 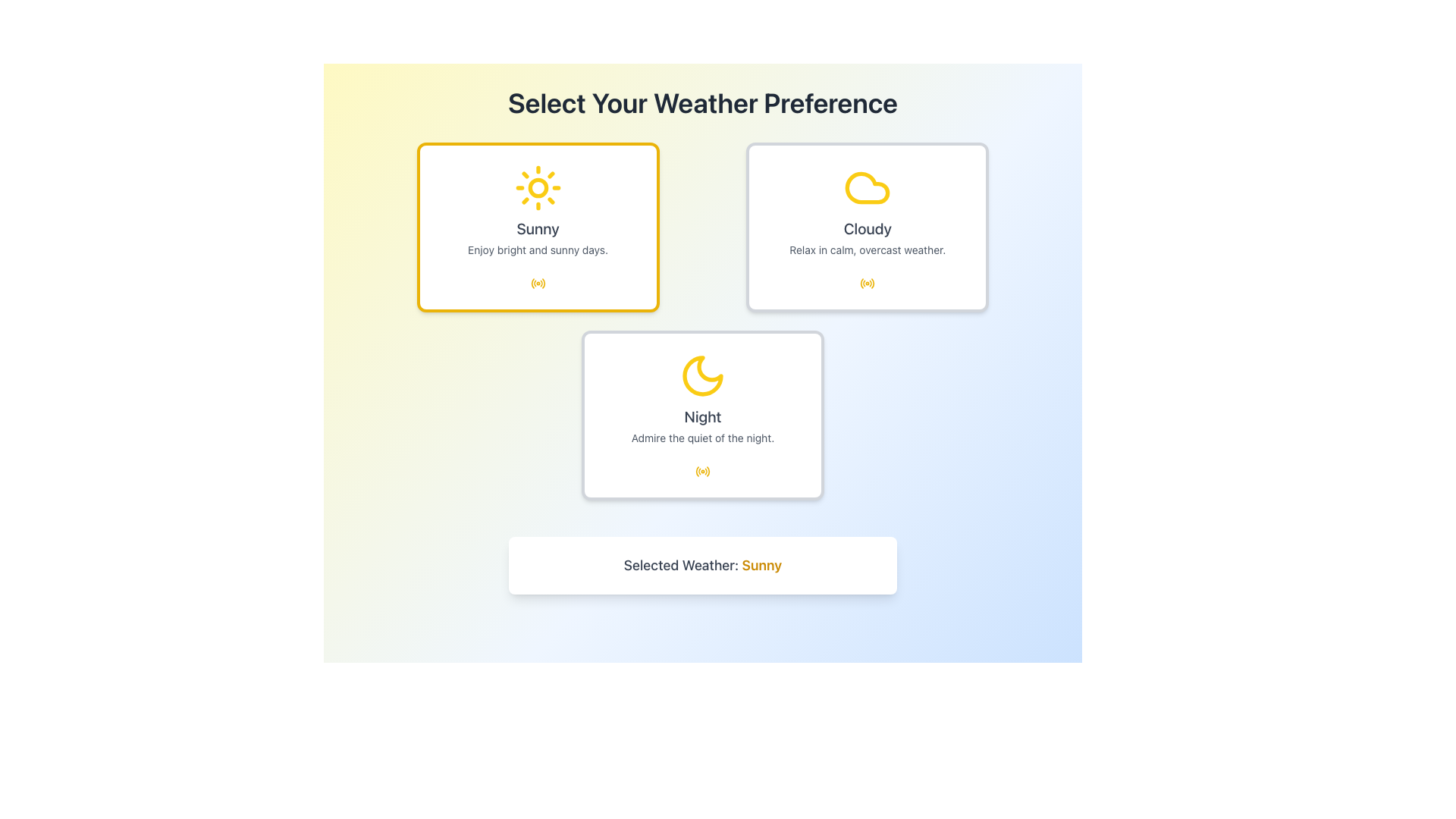 I want to click on the decorative graphical element of the cloud-shaped icon within the 'Cloudy' card located at the top-right of the layout, so click(x=873, y=284).